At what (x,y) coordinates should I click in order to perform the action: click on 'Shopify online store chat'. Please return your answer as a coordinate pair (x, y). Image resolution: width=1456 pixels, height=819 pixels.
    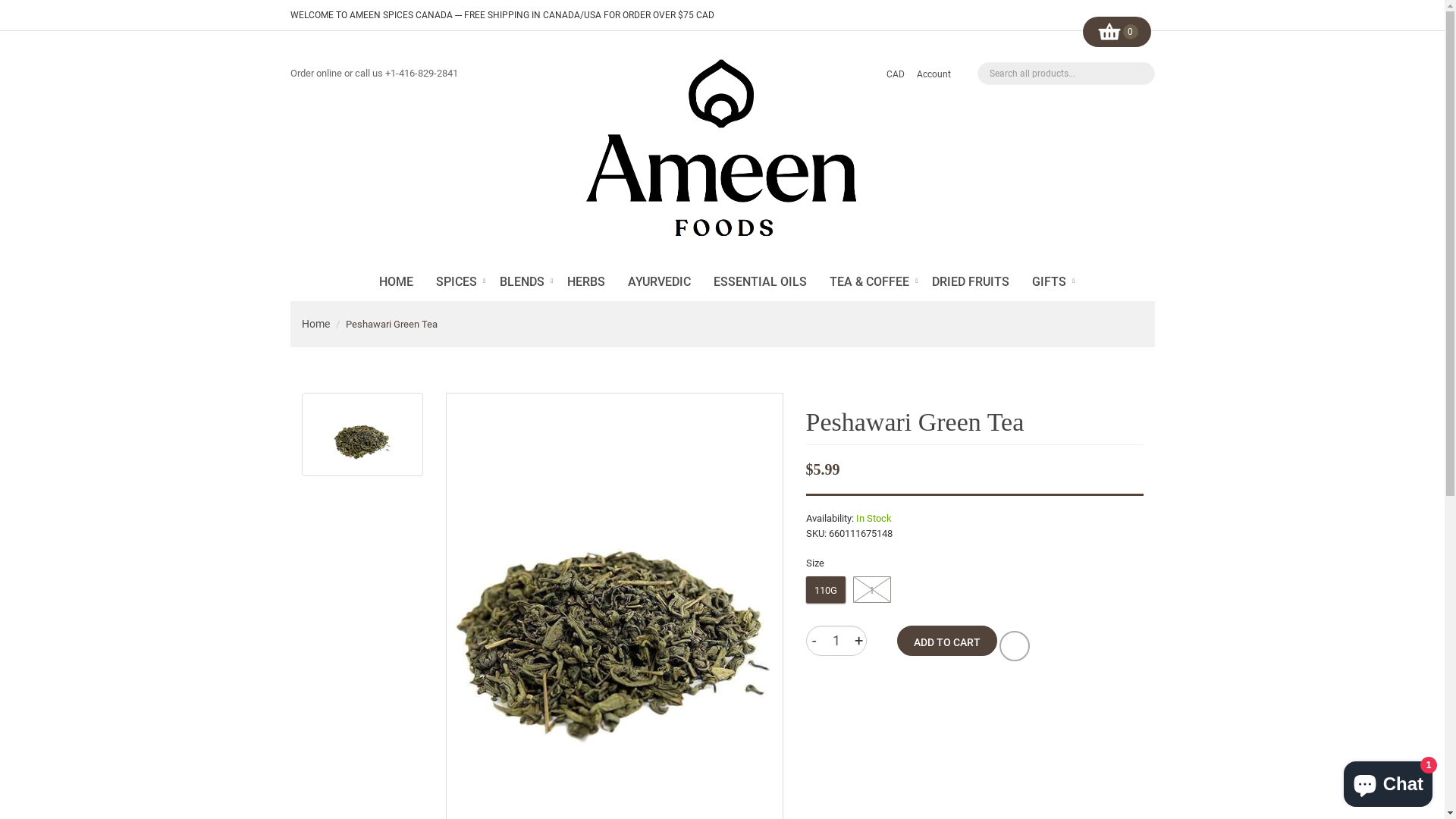
    Looking at the image, I should click on (1388, 780).